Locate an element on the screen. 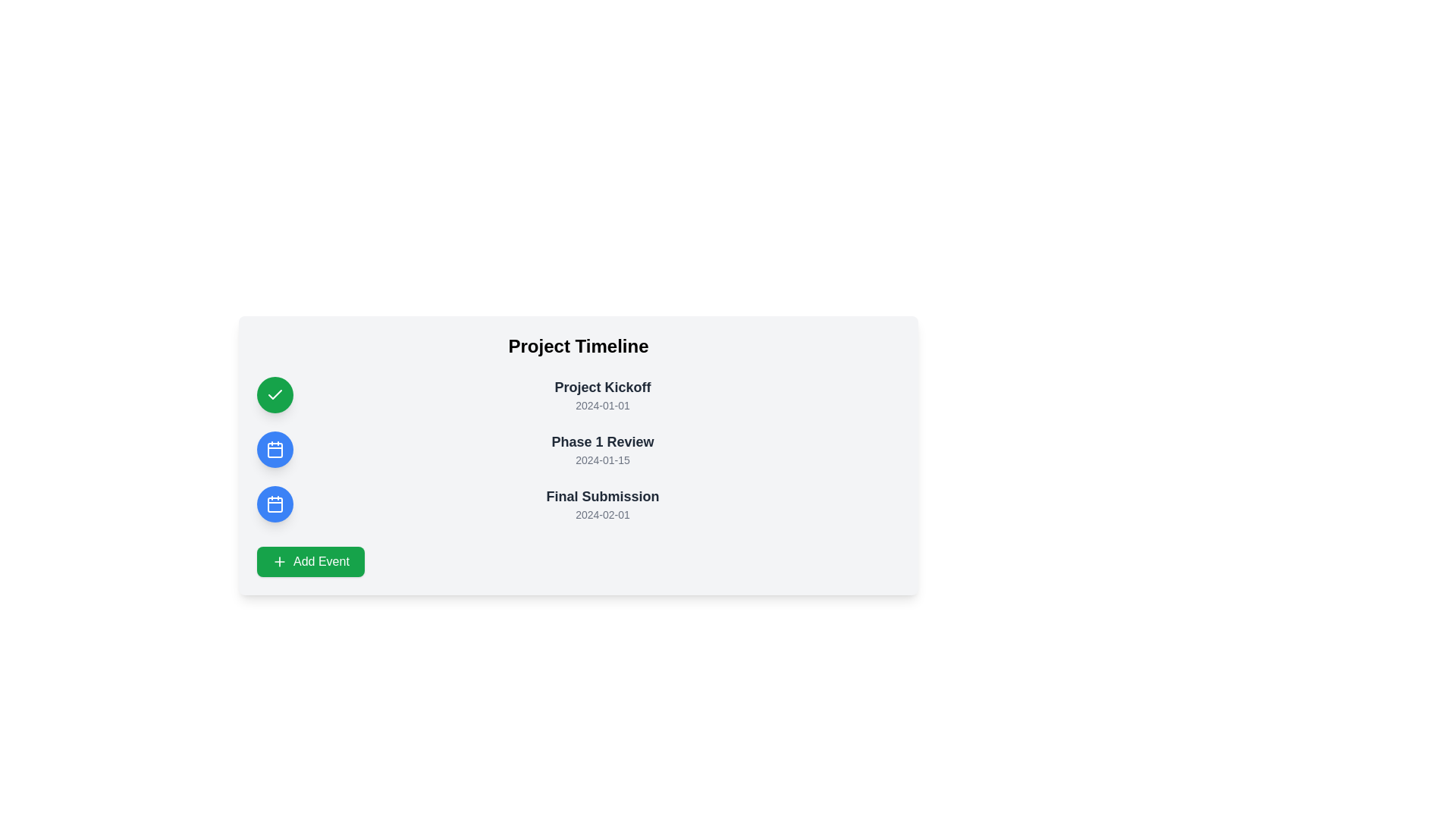 This screenshot has width=1456, height=819. the text label displaying the date '2024-01-01', which is located below the 'Project Kickoff' element in the timeline events section is located at coordinates (602, 405).